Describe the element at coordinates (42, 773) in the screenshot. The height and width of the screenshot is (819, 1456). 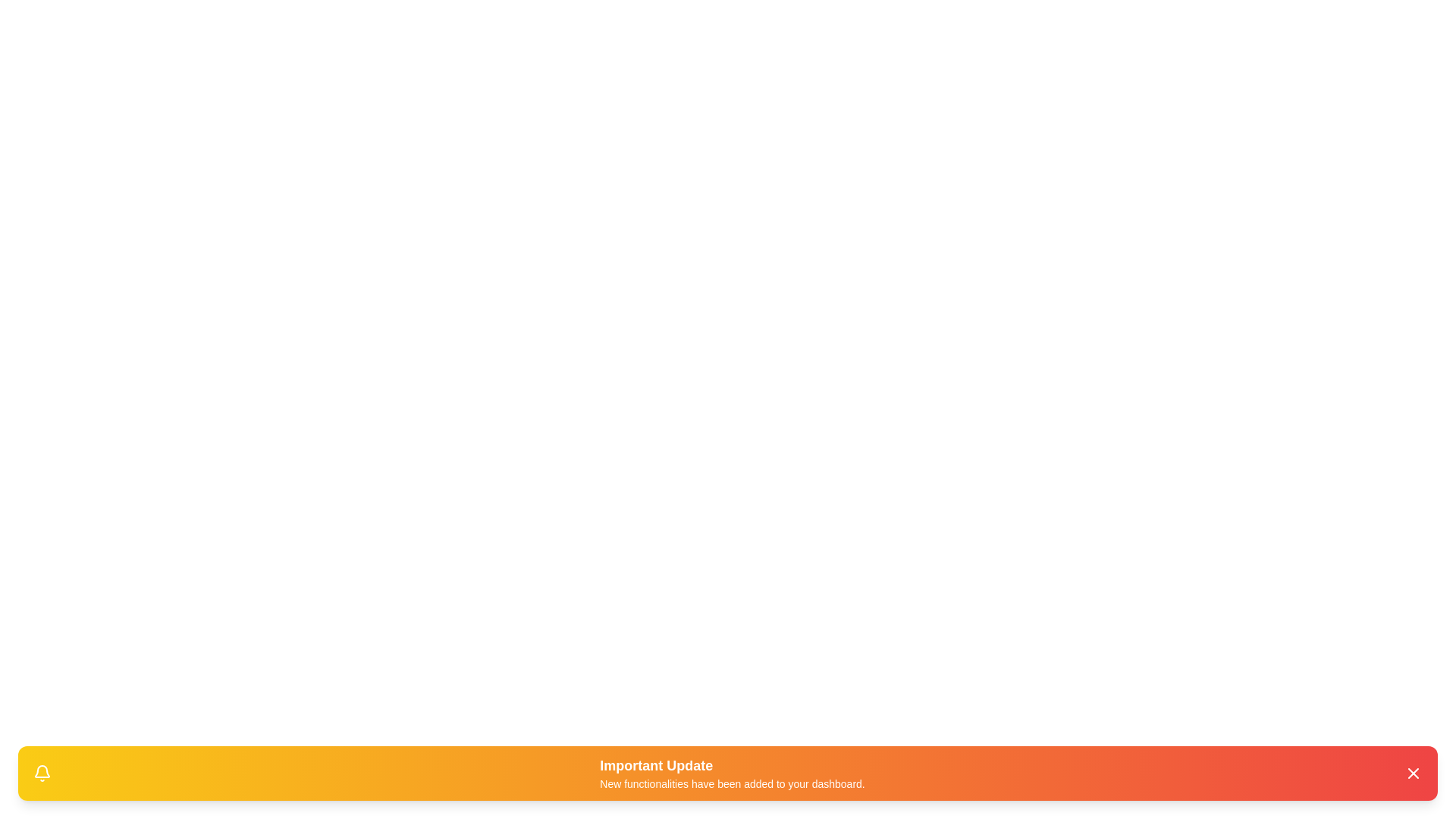
I see `the notification icon located at the bottom left of the alert notification bar` at that location.